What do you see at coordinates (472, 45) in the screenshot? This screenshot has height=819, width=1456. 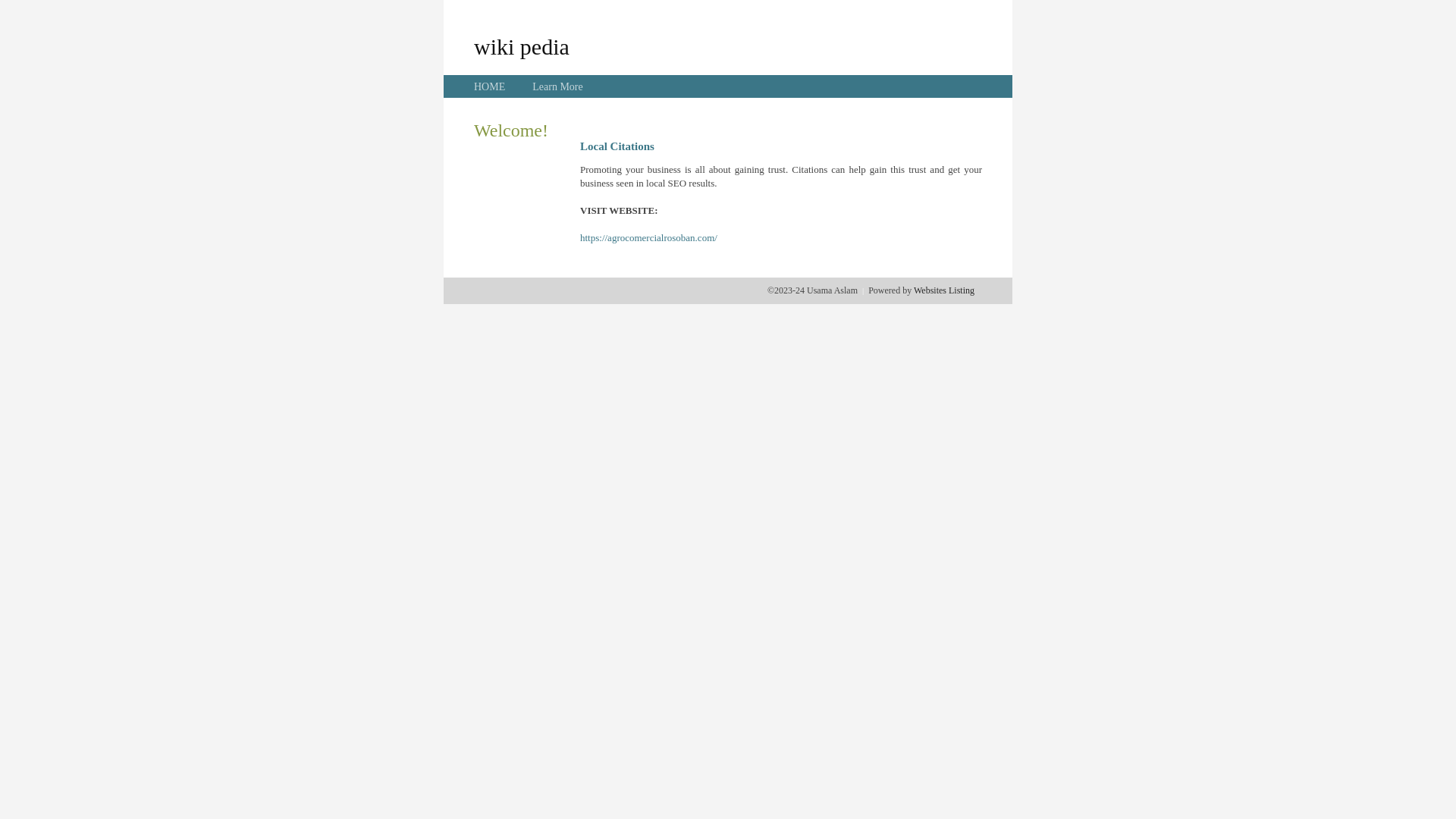 I see `'wiki pedia'` at bounding box center [472, 45].